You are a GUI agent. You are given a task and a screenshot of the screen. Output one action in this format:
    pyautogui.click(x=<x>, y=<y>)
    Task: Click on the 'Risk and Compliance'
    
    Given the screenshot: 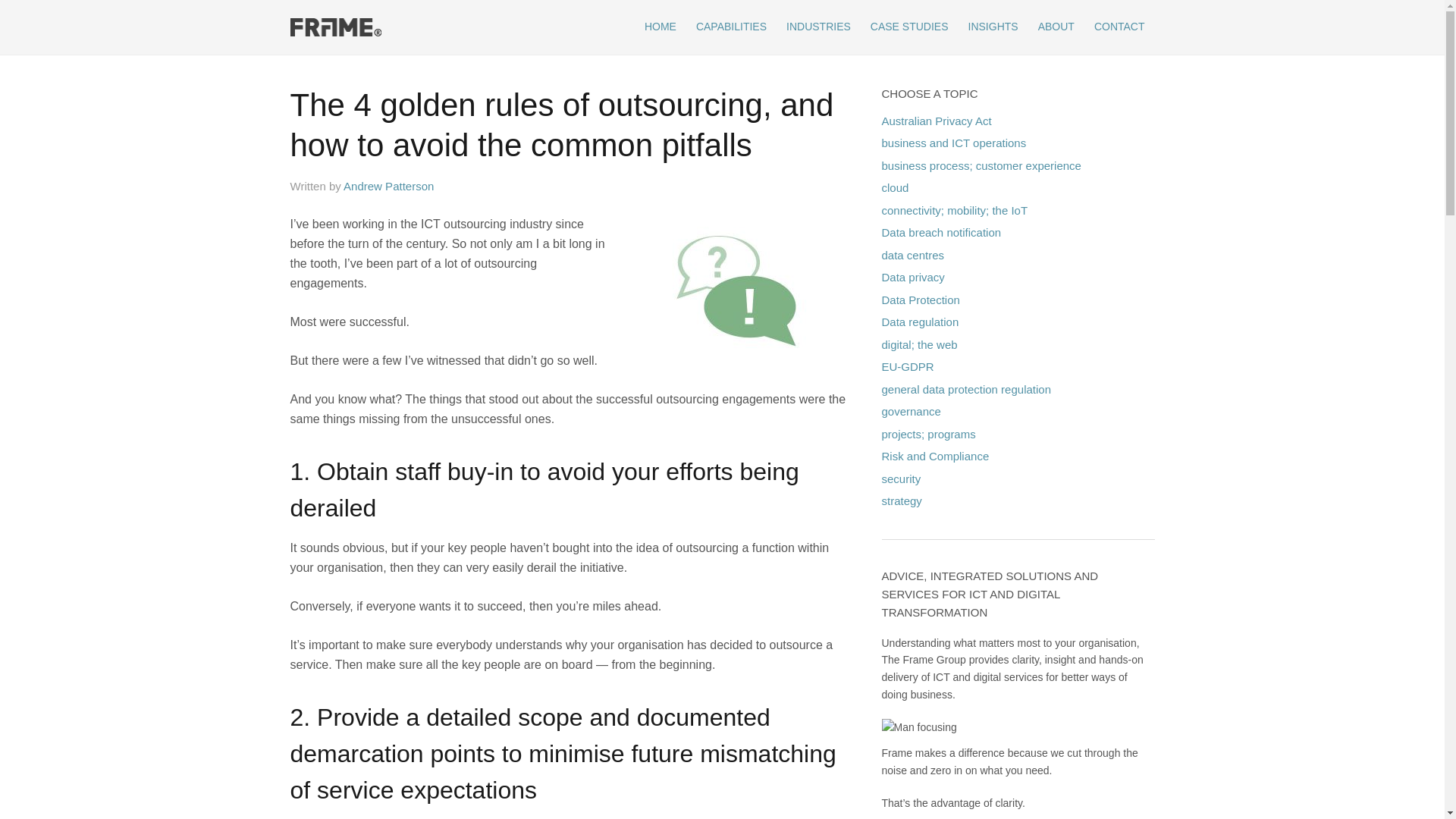 What is the action you would take?
    pyautogui.click(x=880, y=455)
    